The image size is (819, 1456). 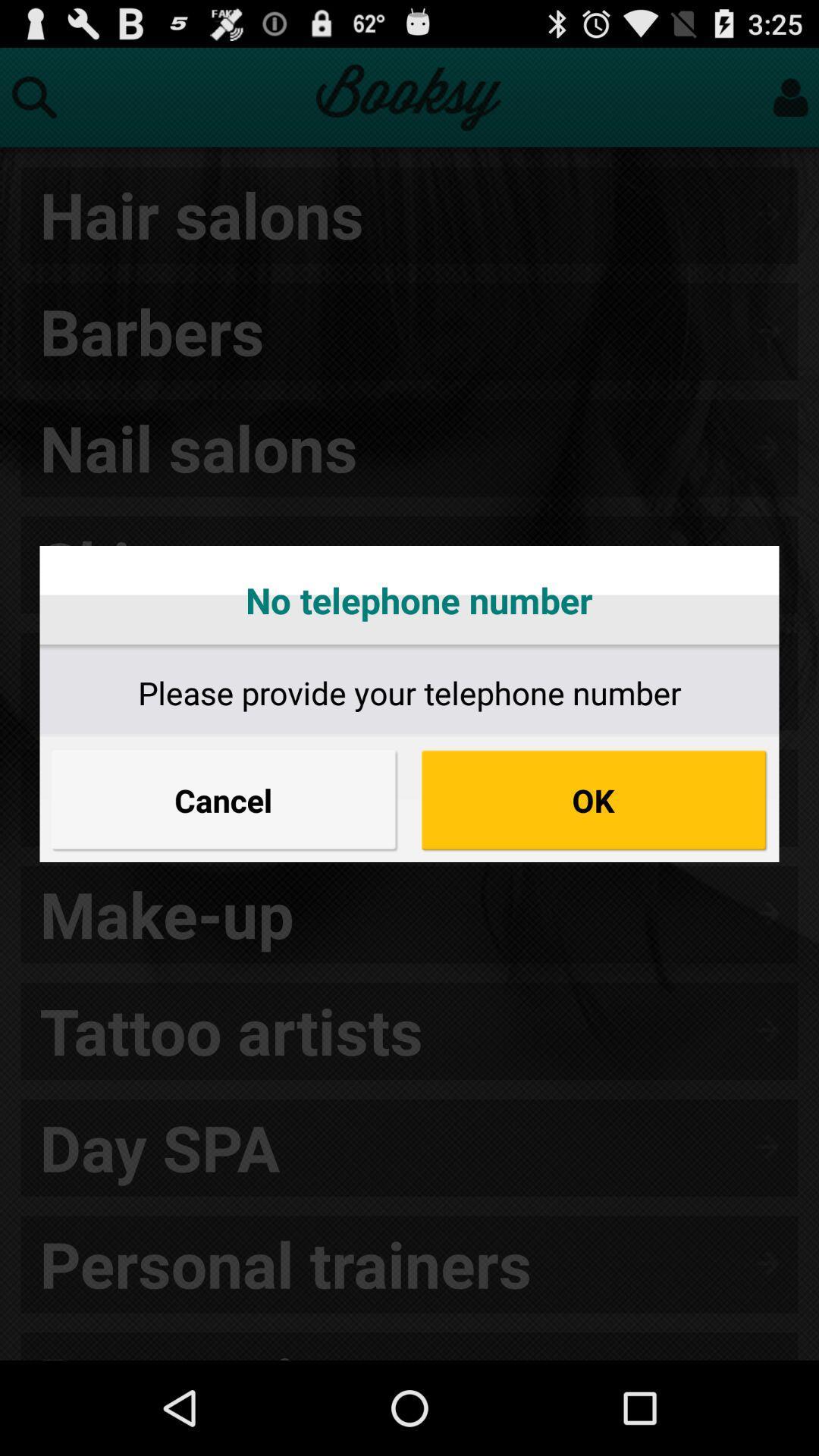 I want to click on button next to the cancel, so click(x=593, y=799).